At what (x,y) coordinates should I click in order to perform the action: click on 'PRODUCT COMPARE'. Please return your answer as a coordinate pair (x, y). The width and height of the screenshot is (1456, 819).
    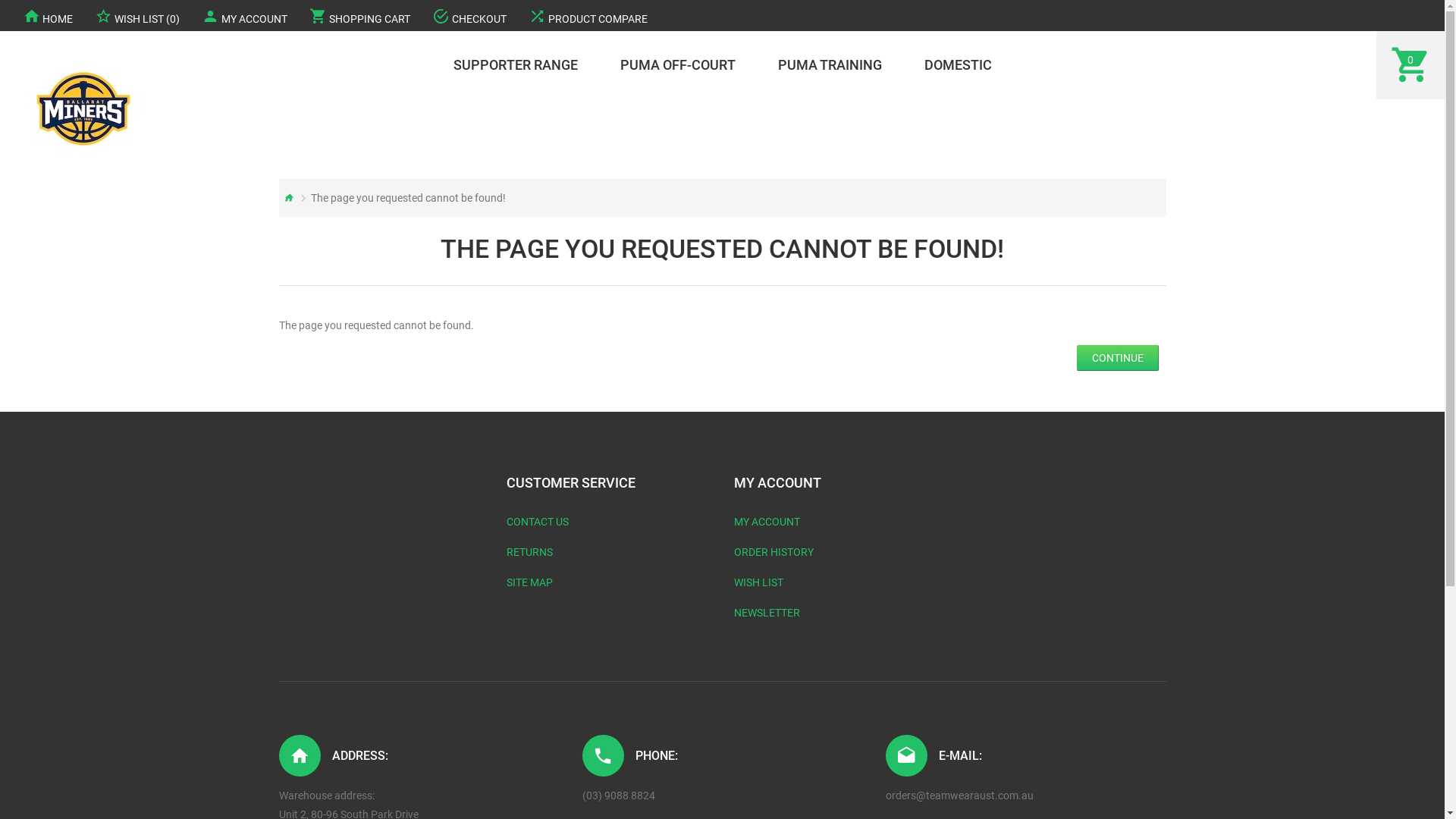
    Looking at the image, I should click on (587, 15).